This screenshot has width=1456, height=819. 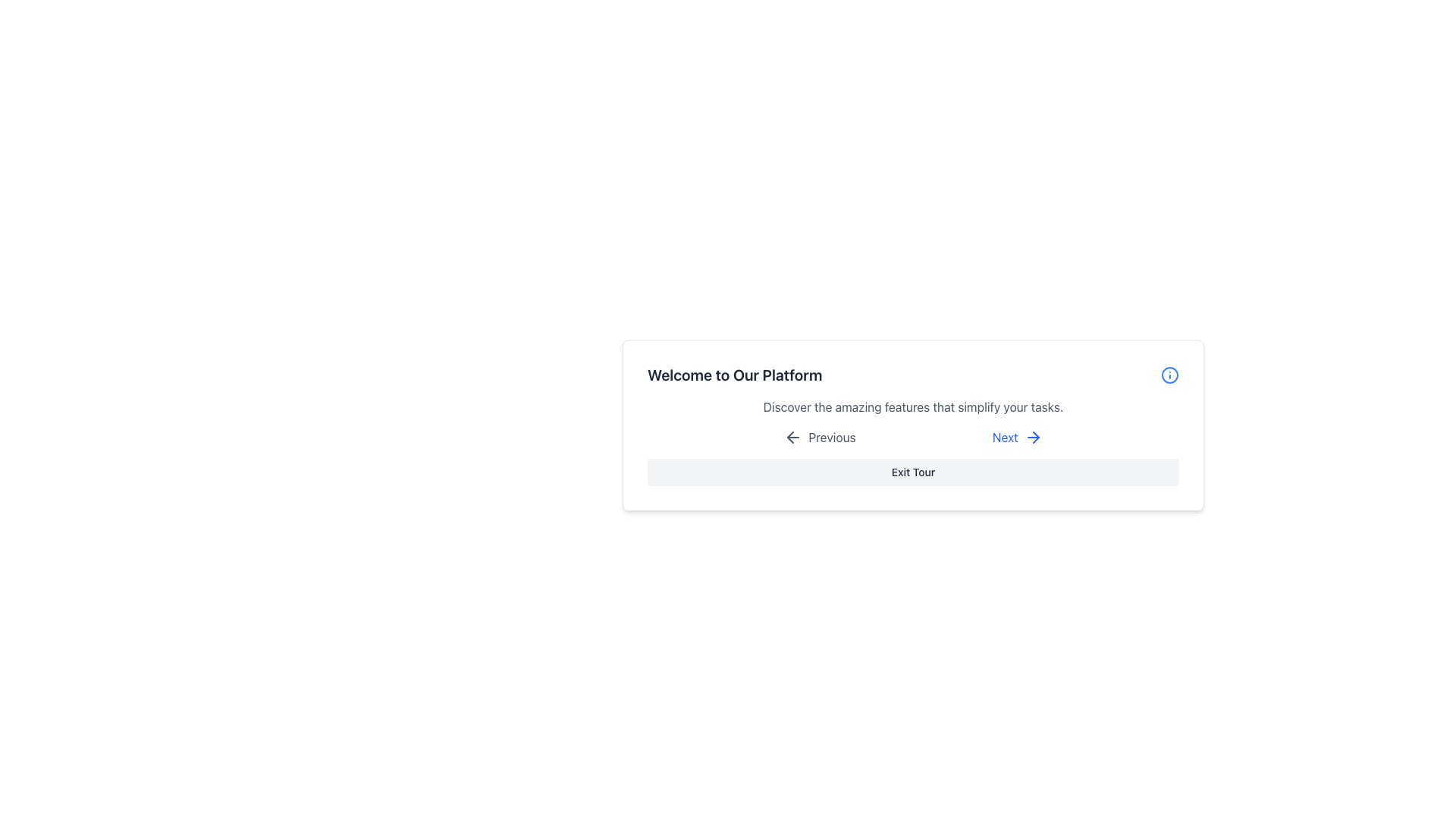 I want to click on the small triangular arrow pointing right, which is part of the 'Next' button at the bottom of the interface, so click(x=1035, y=438).